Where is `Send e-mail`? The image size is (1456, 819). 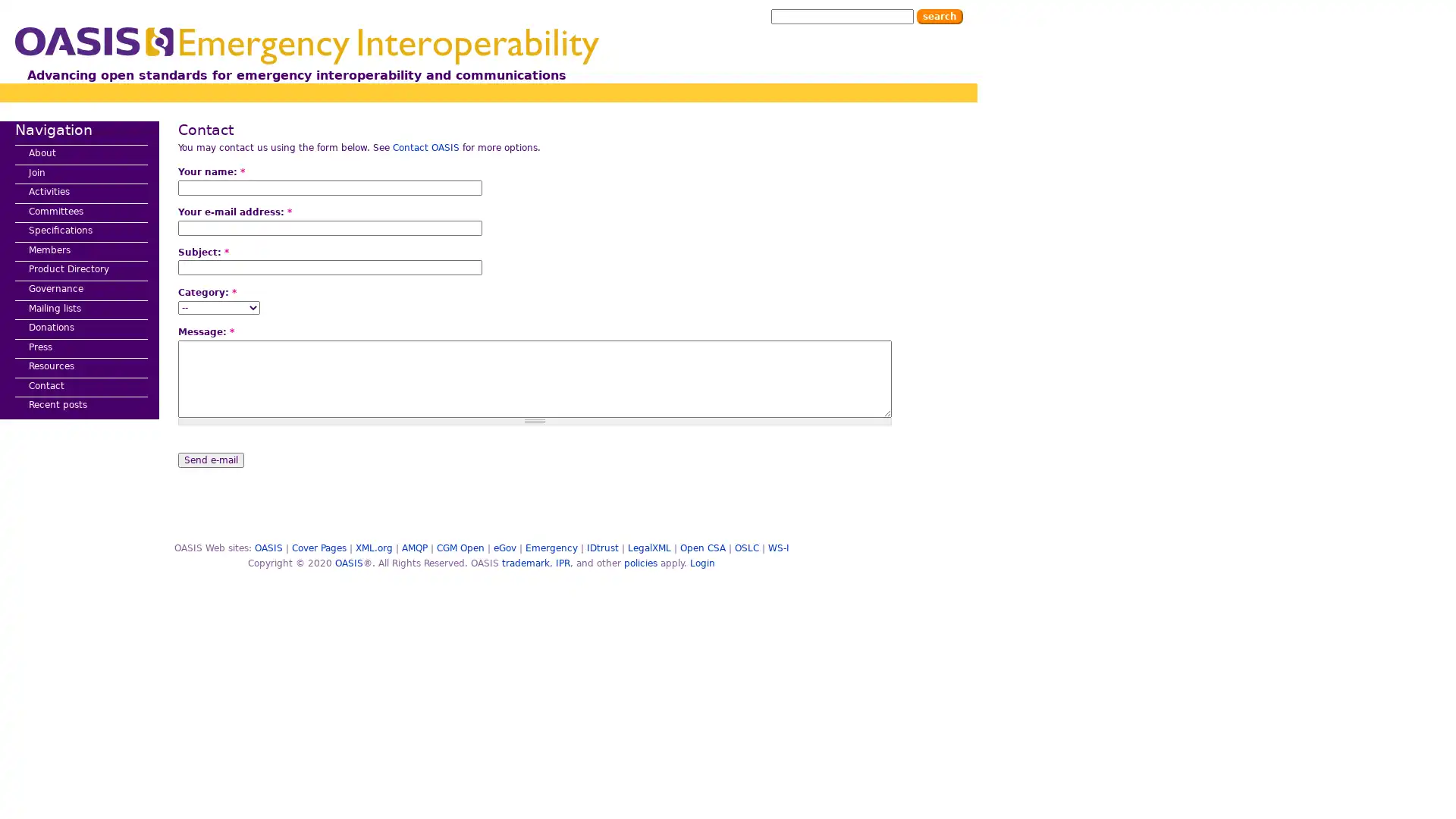
Send e-mail is located at coordinates (210, 458).